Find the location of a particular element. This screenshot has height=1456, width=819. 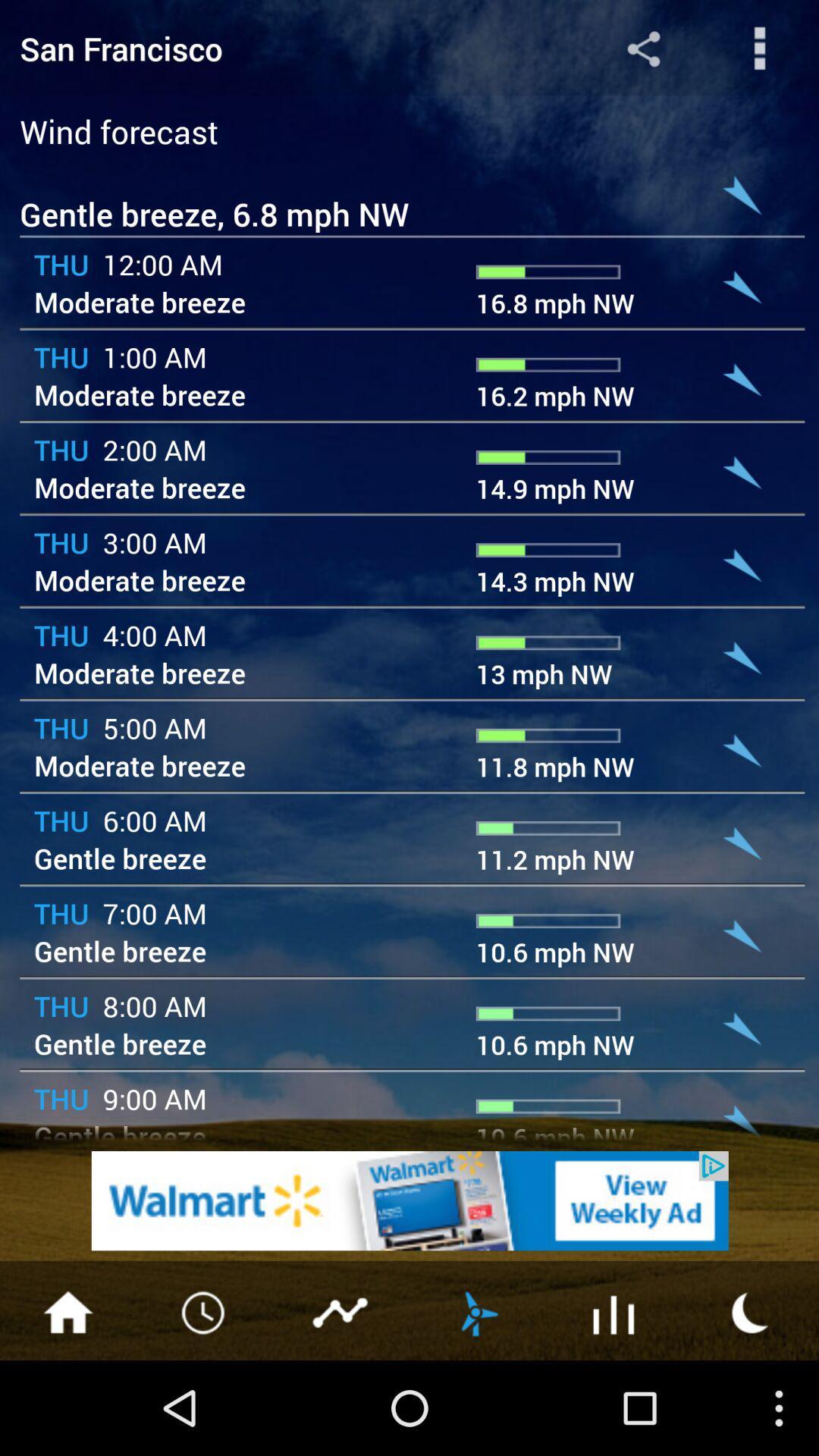

settings is located at coordinates (760, 48).